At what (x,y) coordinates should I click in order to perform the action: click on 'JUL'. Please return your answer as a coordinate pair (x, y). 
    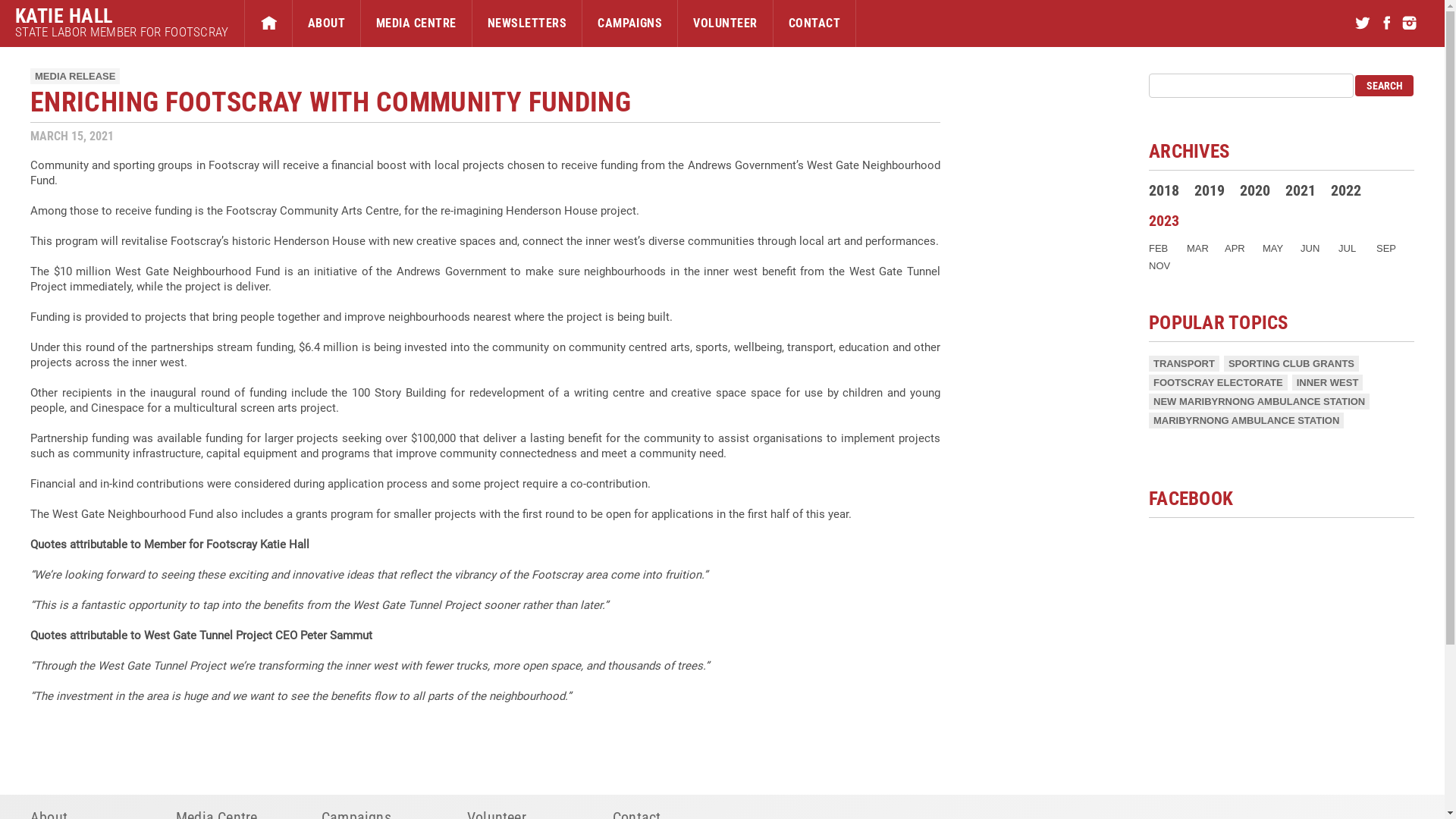
    Looking at the image, I should click on (1347, 247).